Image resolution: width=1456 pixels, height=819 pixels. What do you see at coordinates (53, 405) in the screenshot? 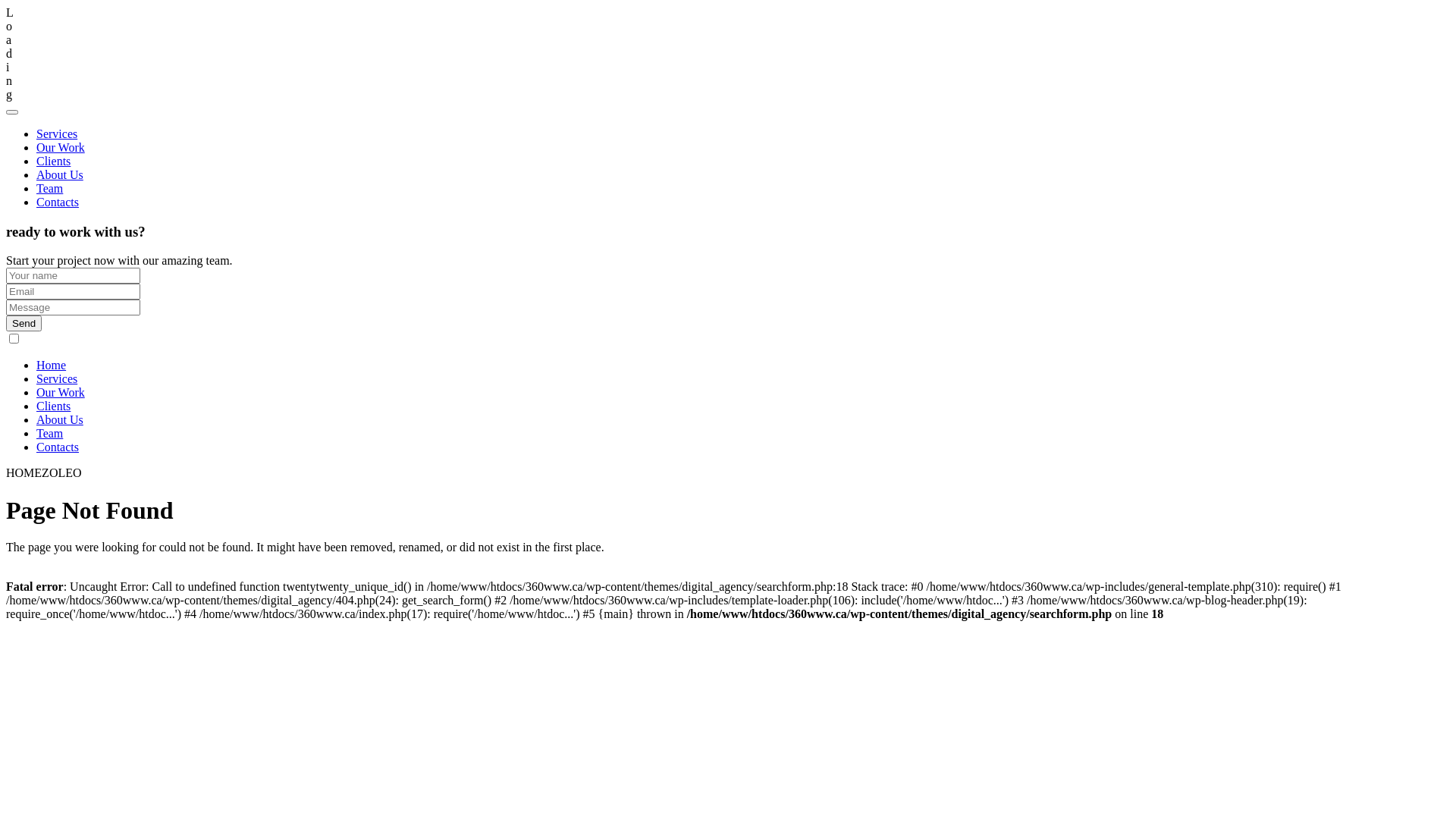
I see `'Clients'` at bounding box center [53, 405].